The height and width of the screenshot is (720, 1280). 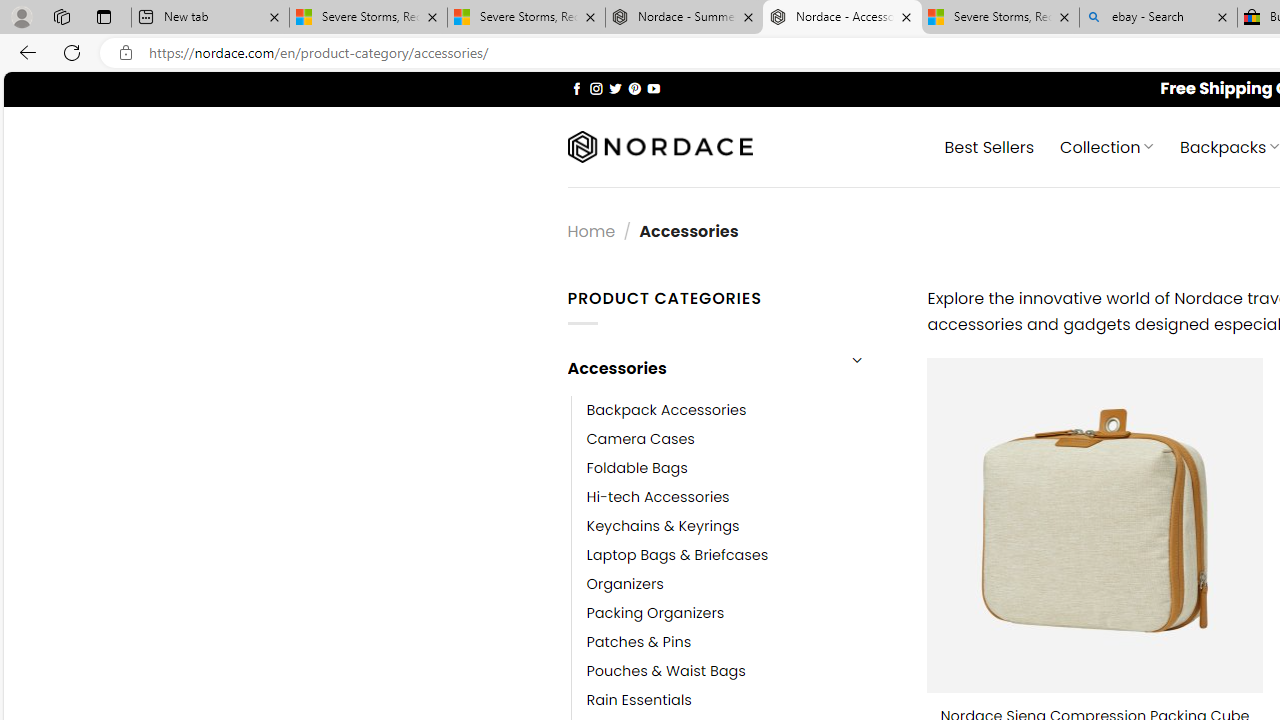 I want to click on 'Backpack Accessories', so click(x=666, y=409).